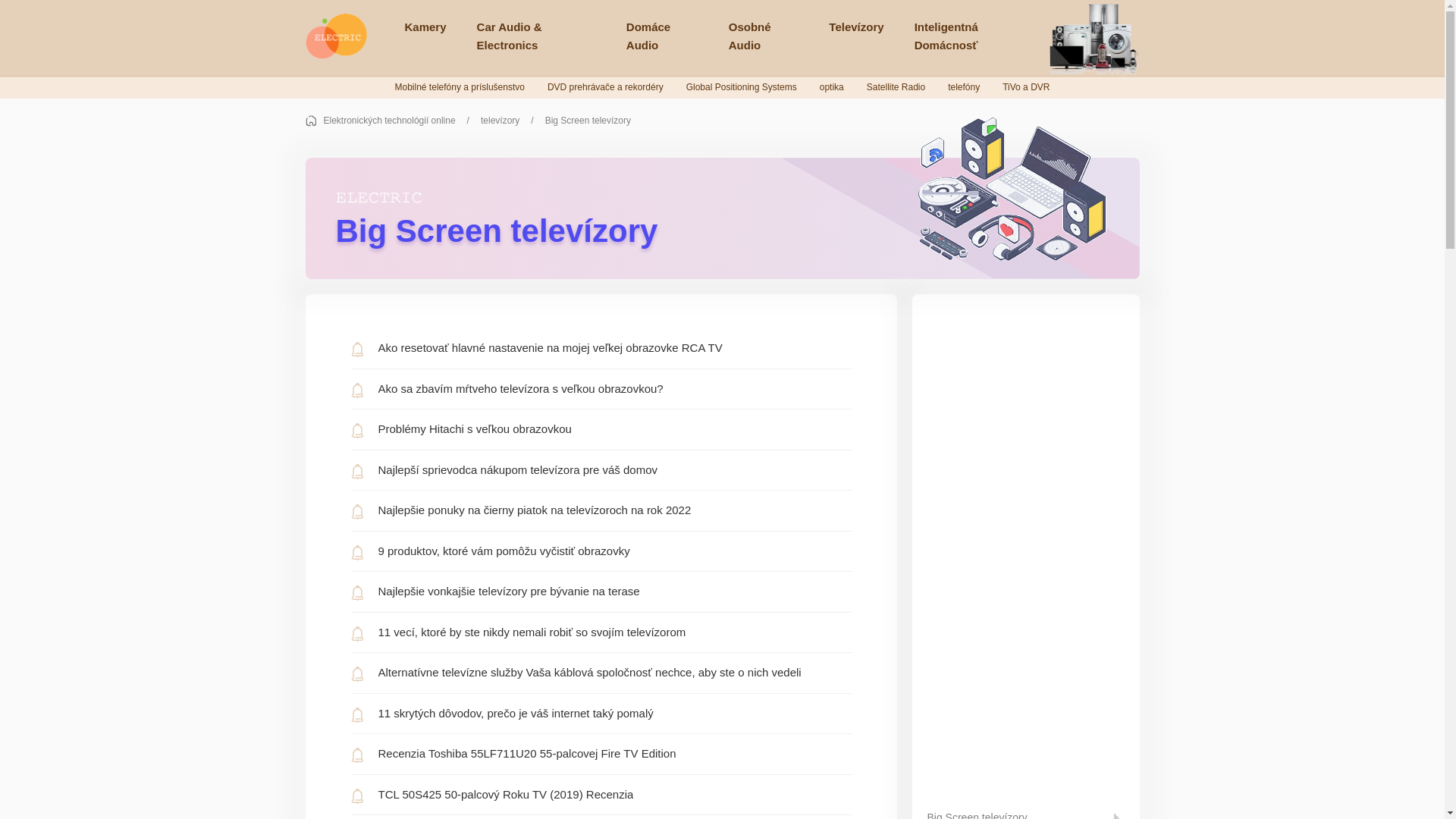 The height and width of the screenshot is (819, 1456). What do you see at coordinates (1026, 87) in the screenshot?
I see `'TiVo a DVR'` at bounding box center [1026, 87].